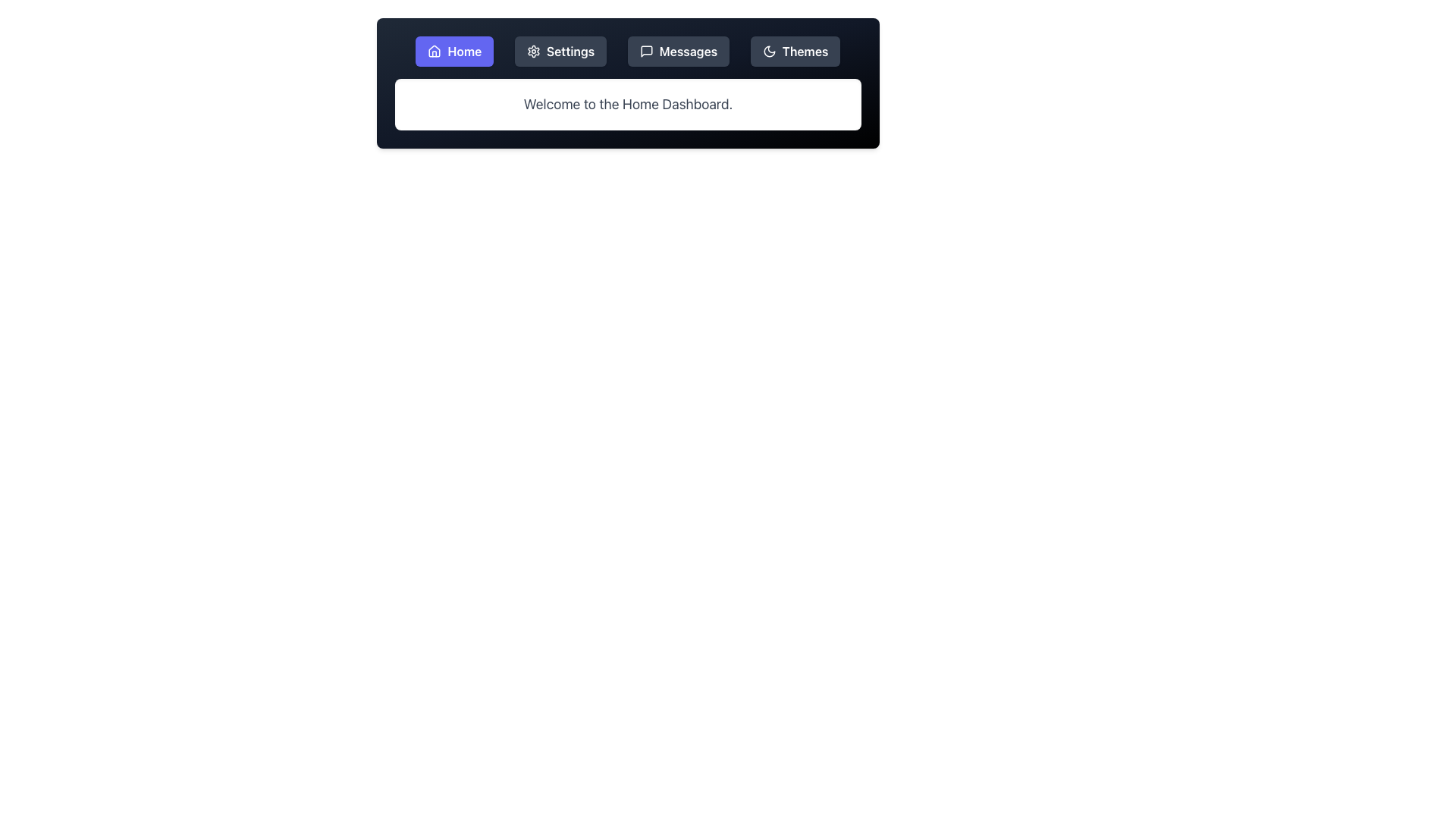  What do you see at coordinates (795, 51) in the screenshot?
I see `the theme management button located in the navigation bar at the top of the interface, which is the fourth button from the left` at bounding box center [795, 51].